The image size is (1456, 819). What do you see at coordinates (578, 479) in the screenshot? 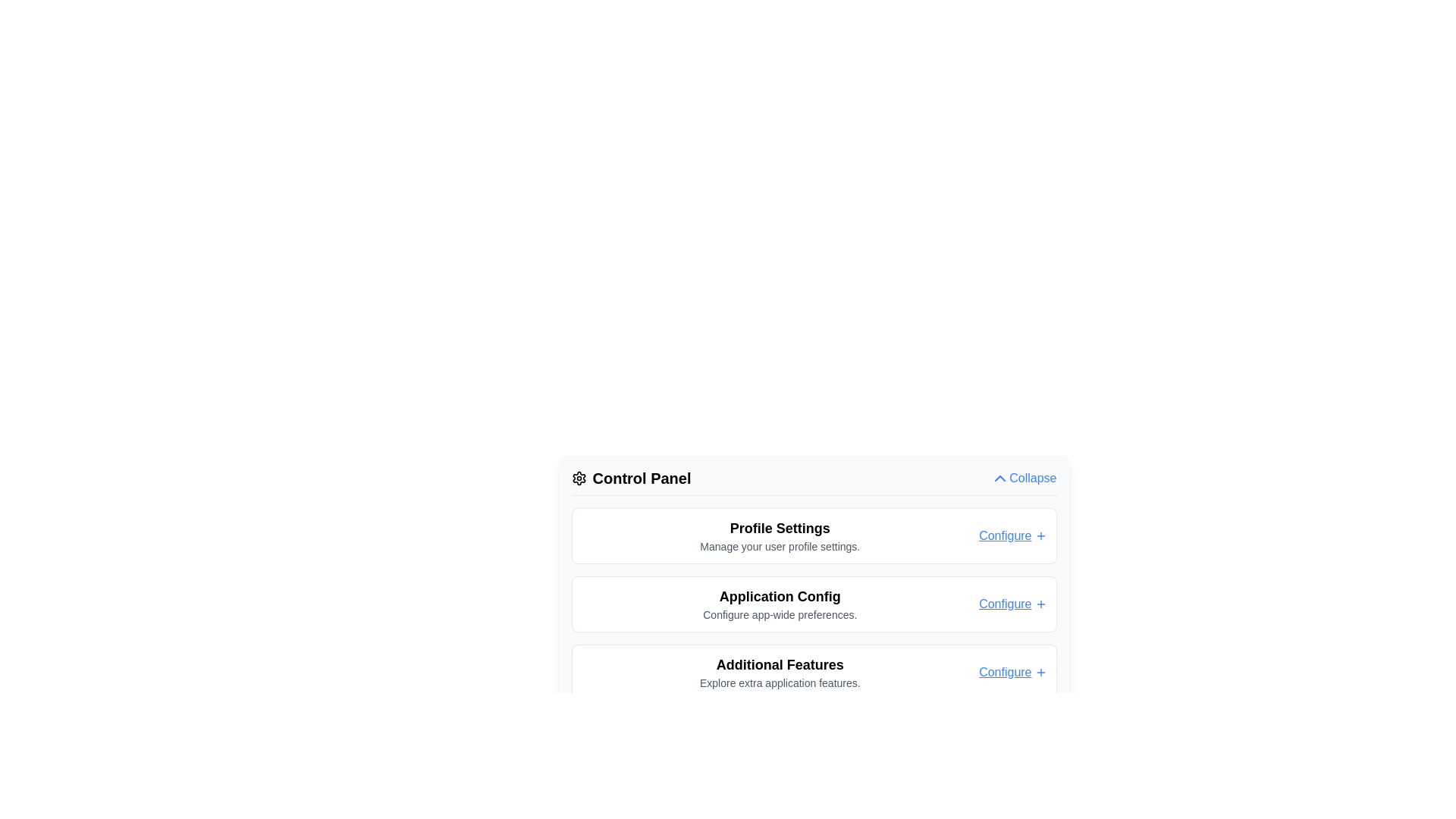
I see `the gear-shaped icon located to the left of the 'Control Panel' text, which is styled as an outlined symbol with a circular center` at bounding box center [578, 479].